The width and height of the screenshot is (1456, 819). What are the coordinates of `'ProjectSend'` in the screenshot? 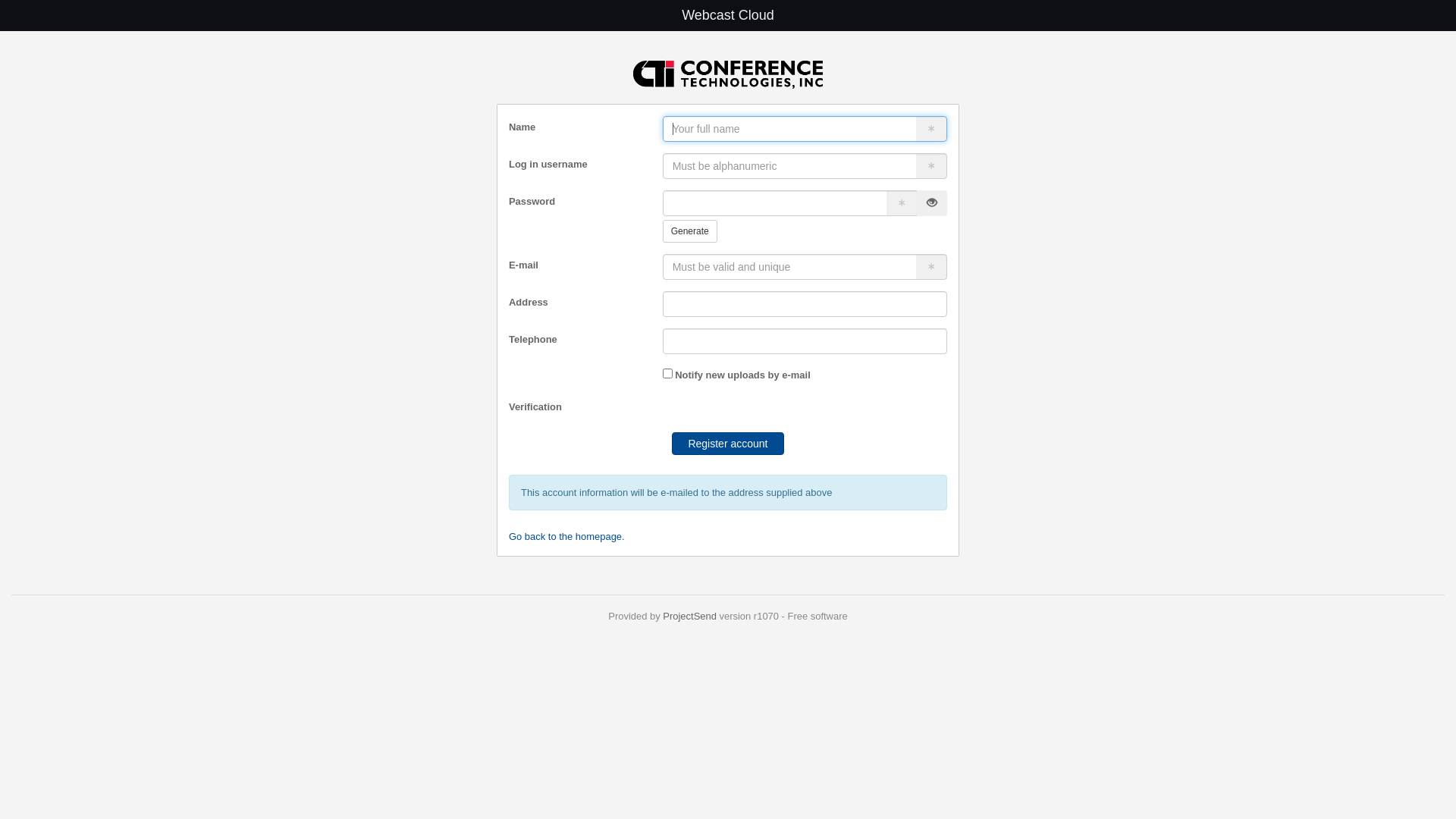 It's located at (689, 616).